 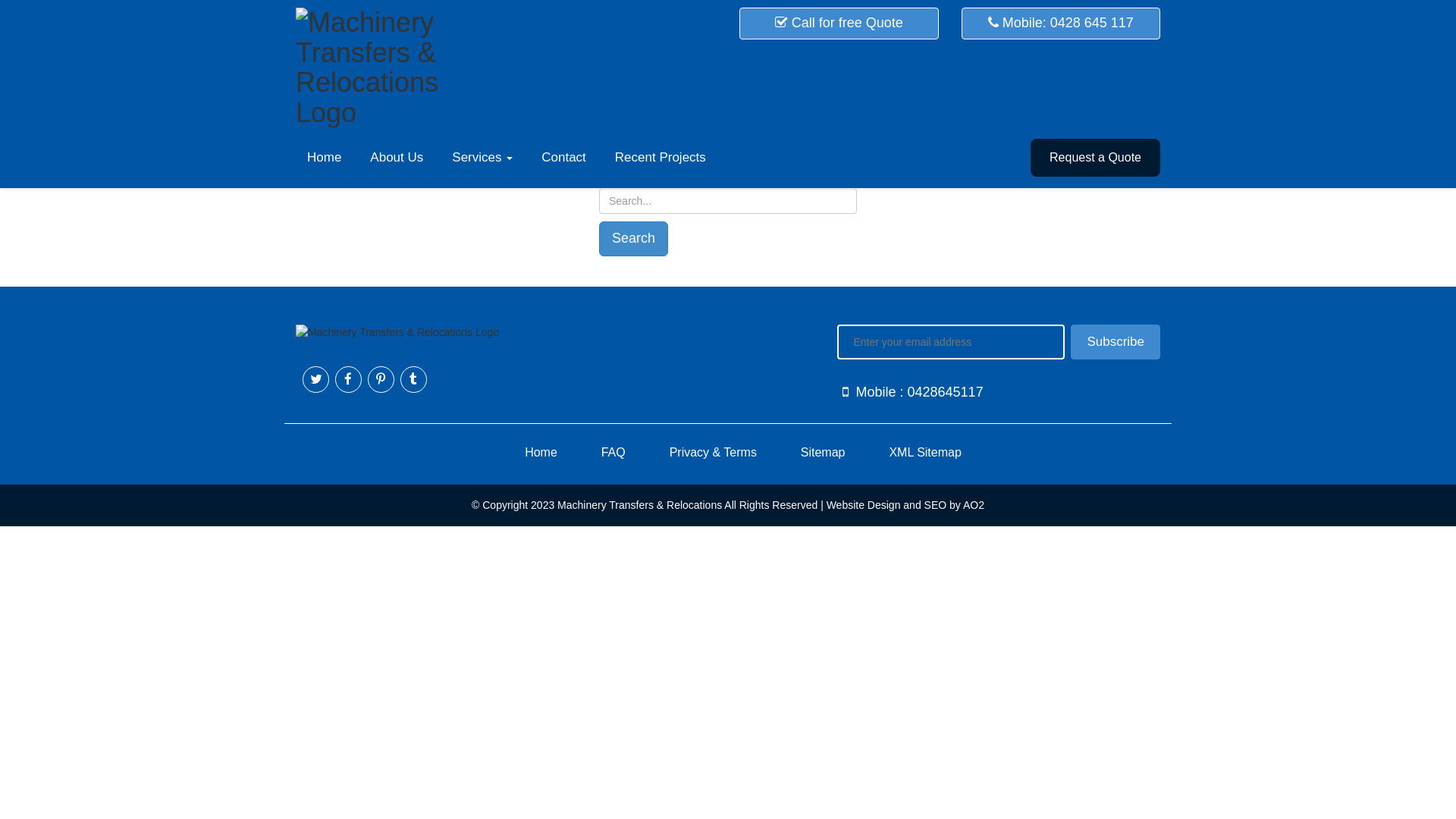 What do you see at coordinates (482, 158) in the screenshot?
I see `'Services'` at bounding box center [482, 158].